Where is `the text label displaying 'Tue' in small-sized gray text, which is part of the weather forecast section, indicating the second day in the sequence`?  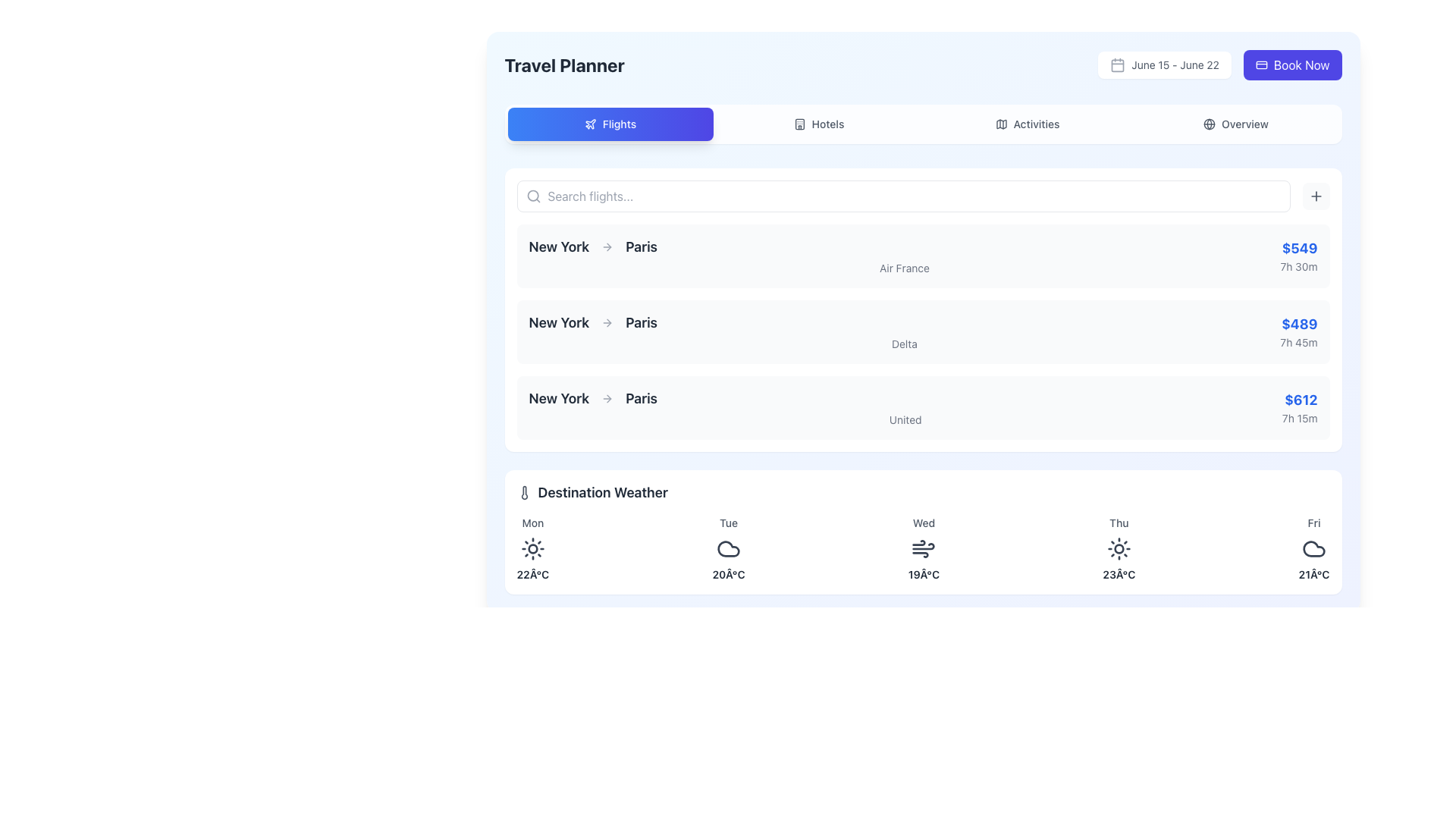
the text label displaying 'Tue' in small-sized gray text, which is part of the weather forecast section, indicating the second day in the sequence is located at coordinates (728, 522).